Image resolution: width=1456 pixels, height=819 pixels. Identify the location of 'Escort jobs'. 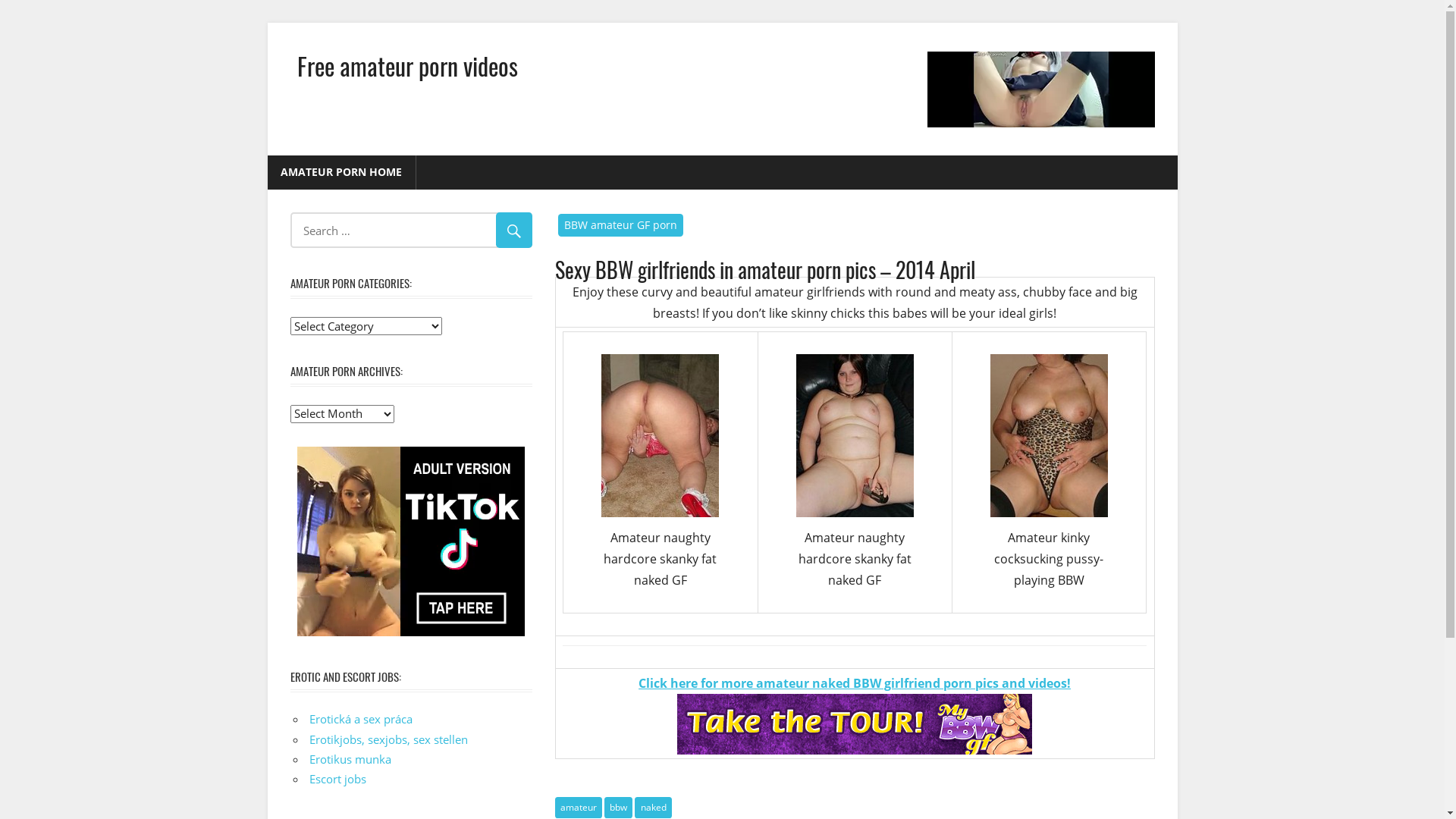
(309, 778).